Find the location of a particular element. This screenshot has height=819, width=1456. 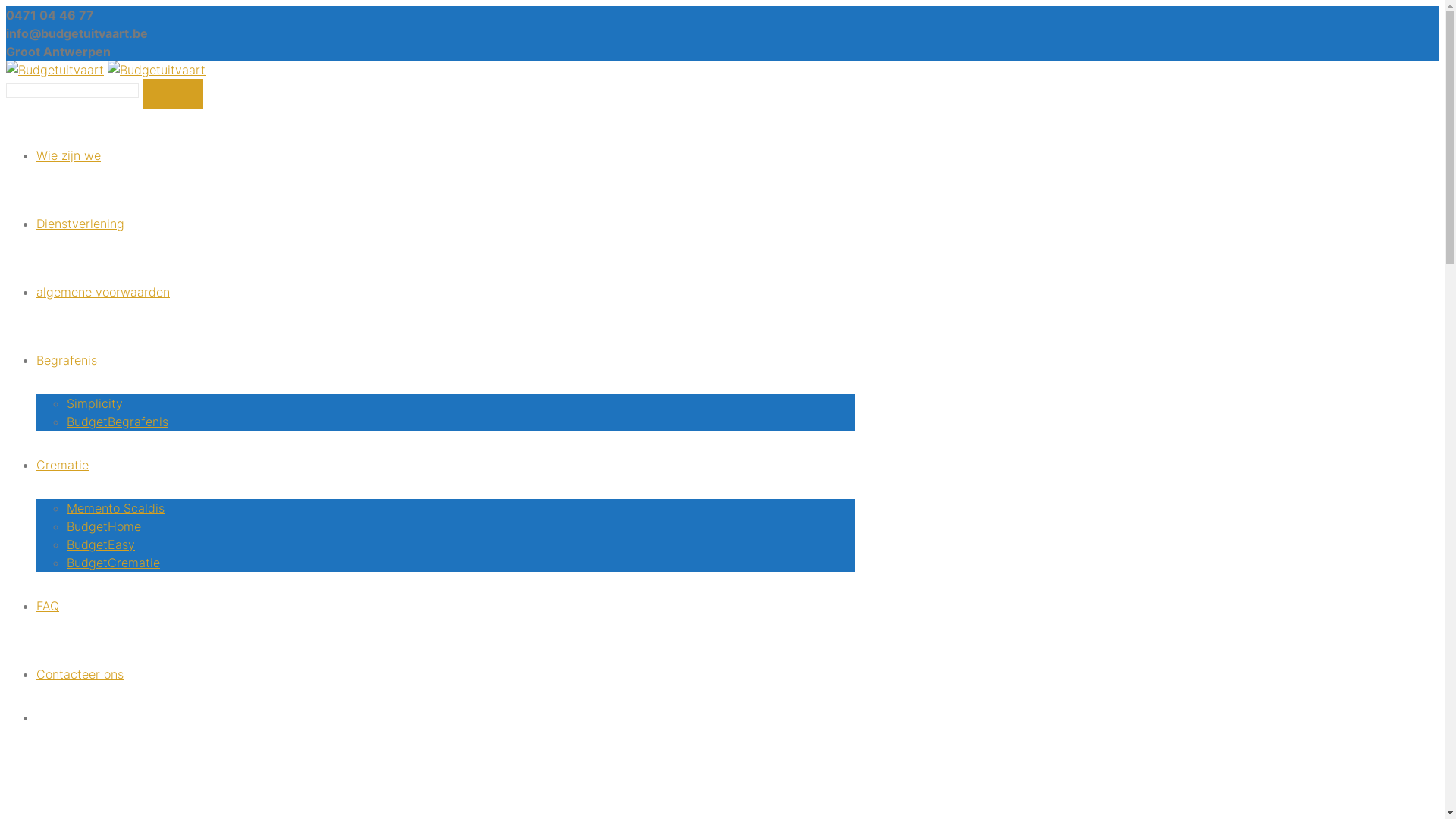

'FAQ' is located at coordinates (47, 604).